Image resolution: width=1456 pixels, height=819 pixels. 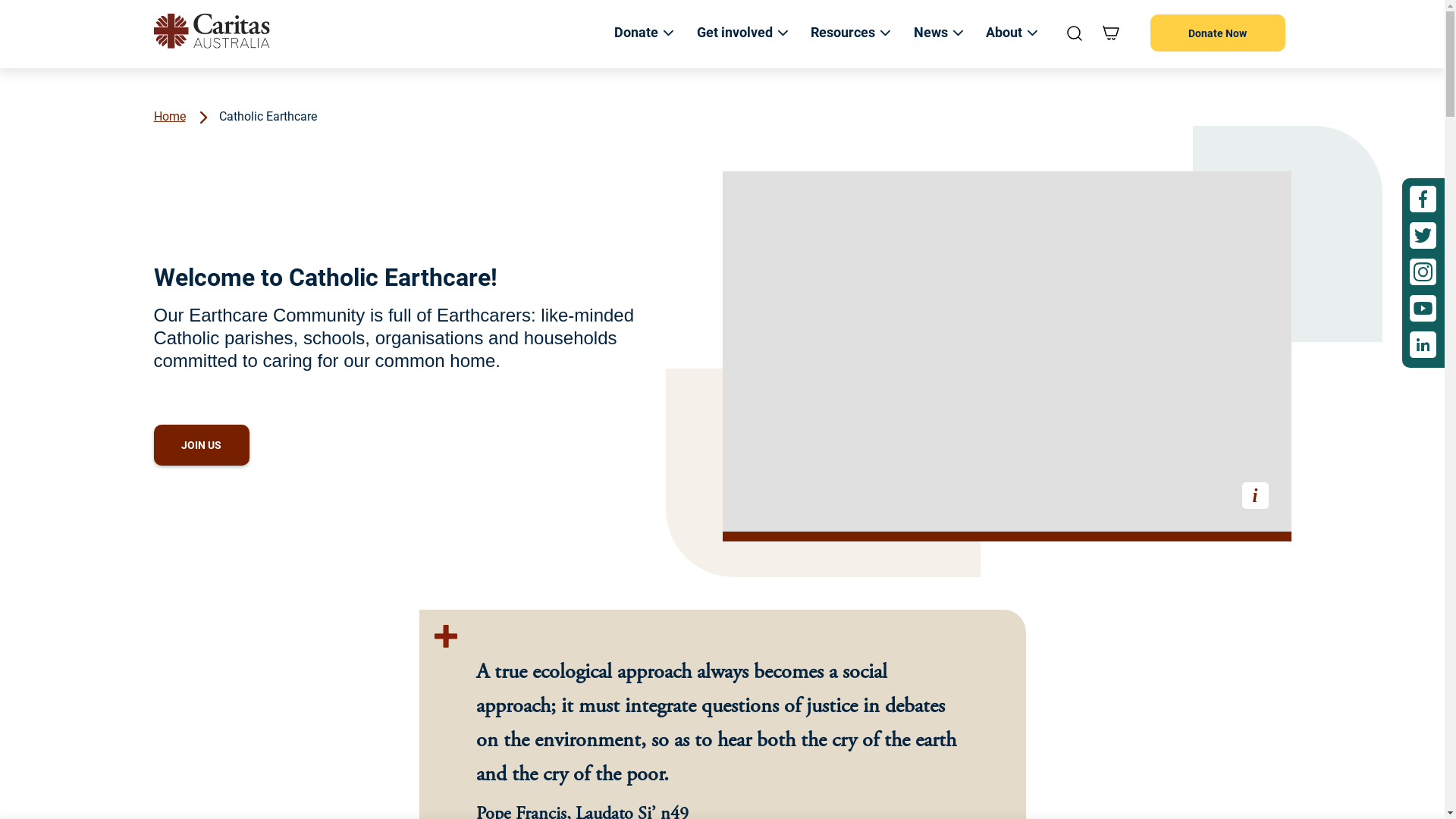 What do you see at coordinates (1216, 33) in the screenshot?
I see `'Donate Now'` at bounding box center [1216, 33].